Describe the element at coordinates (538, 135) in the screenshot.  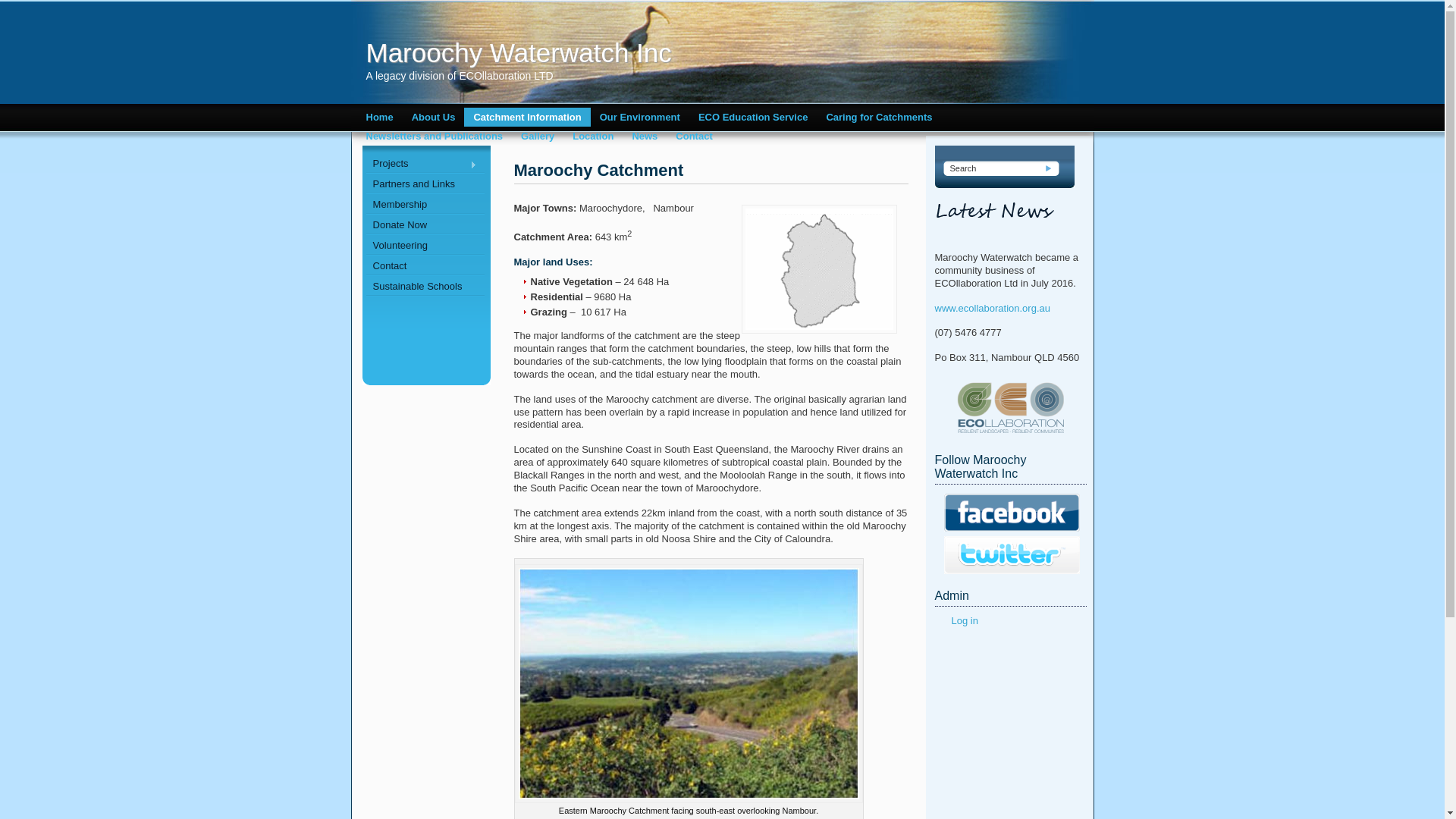
I see `'Gallery'` at that location.